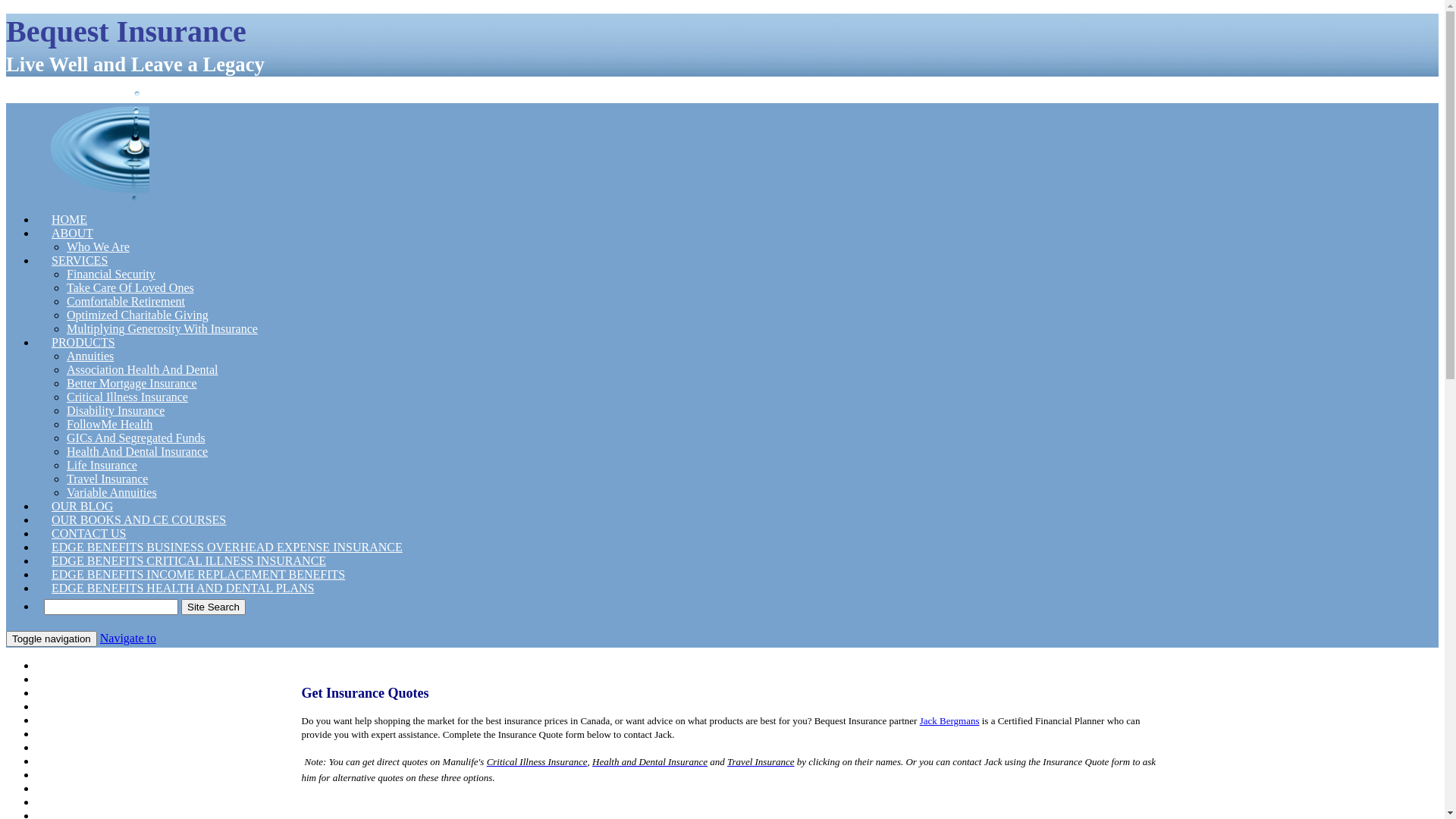  Describe the element at coordinates (650, 761) in the screenshot. I see `'Health and Dental Insurance'` at that location.